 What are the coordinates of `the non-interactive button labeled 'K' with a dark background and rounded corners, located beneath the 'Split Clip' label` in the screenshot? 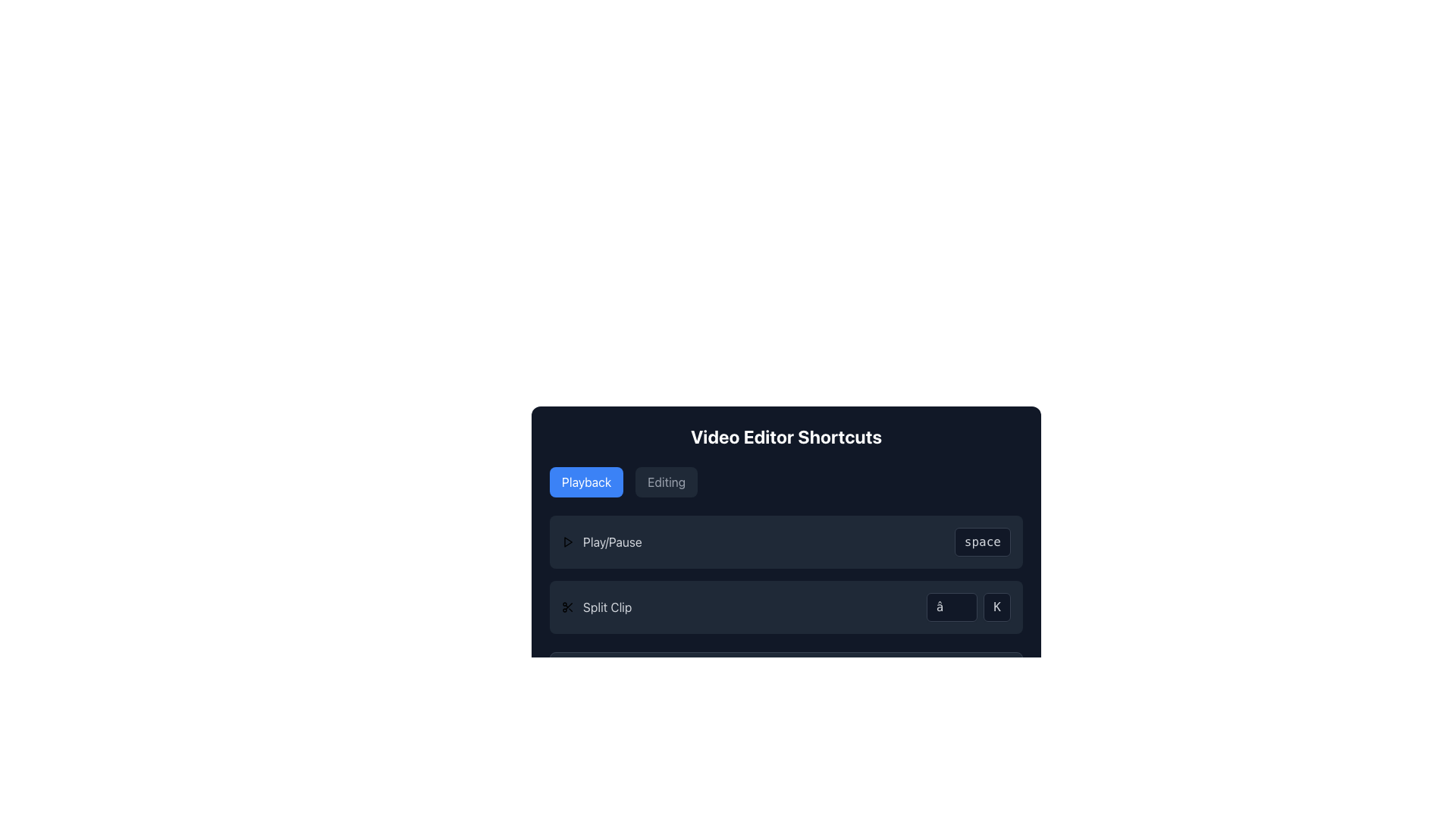 It's located at (997, 607).